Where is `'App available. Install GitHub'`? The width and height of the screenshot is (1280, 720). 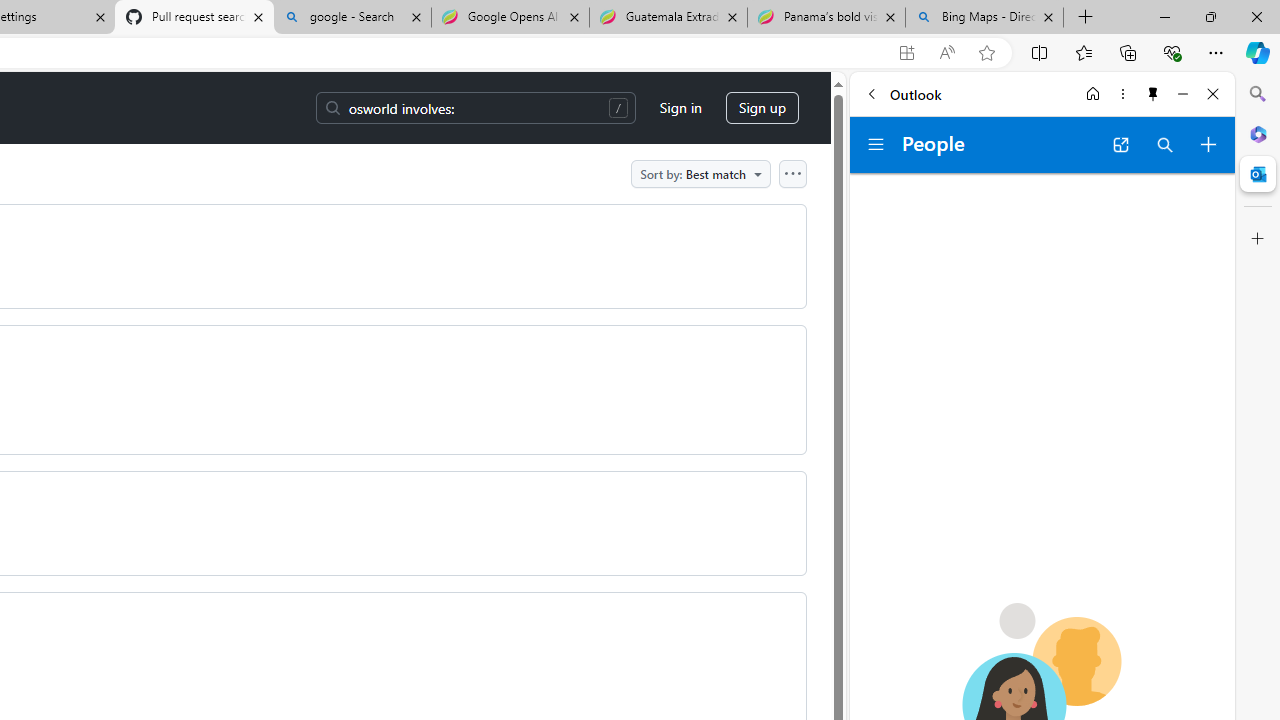
'App available. Install GitHub' is located at coordinates (905, 52).